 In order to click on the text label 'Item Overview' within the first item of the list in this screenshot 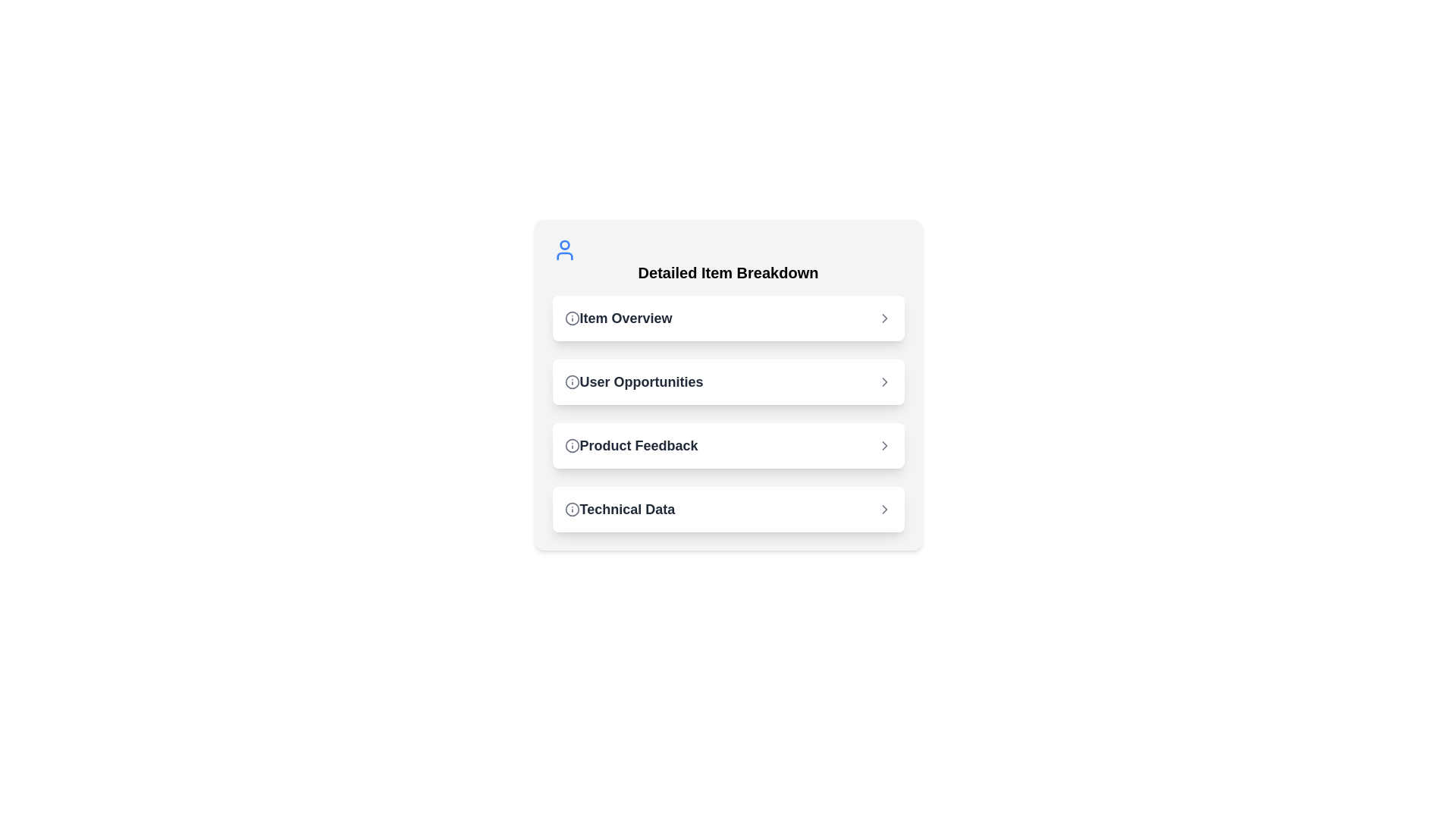, I will do `click(618, 318)`.